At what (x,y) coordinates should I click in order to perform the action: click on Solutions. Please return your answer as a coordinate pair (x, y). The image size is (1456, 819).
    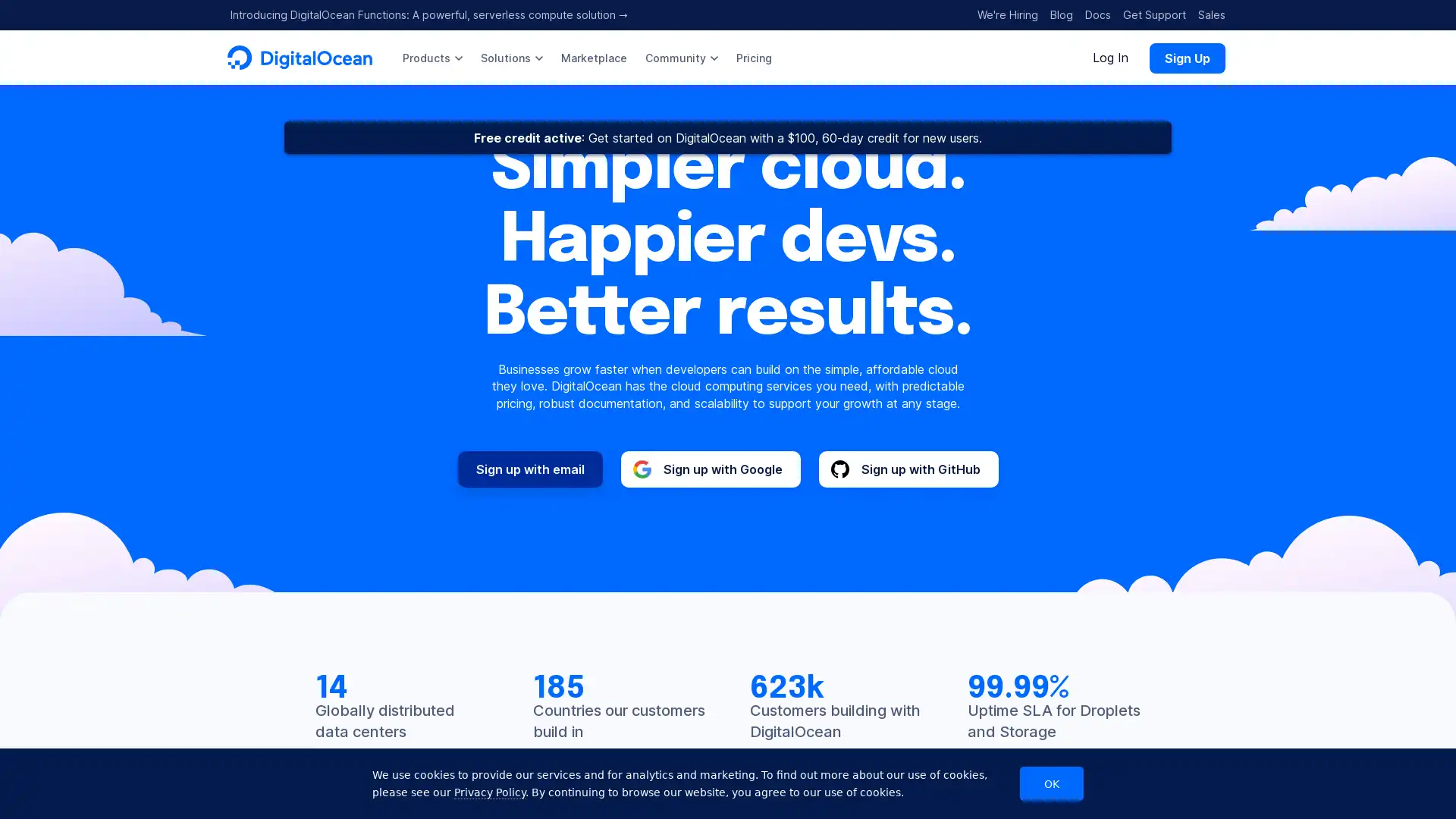
    Looking at the image, I should click on (512, 57).